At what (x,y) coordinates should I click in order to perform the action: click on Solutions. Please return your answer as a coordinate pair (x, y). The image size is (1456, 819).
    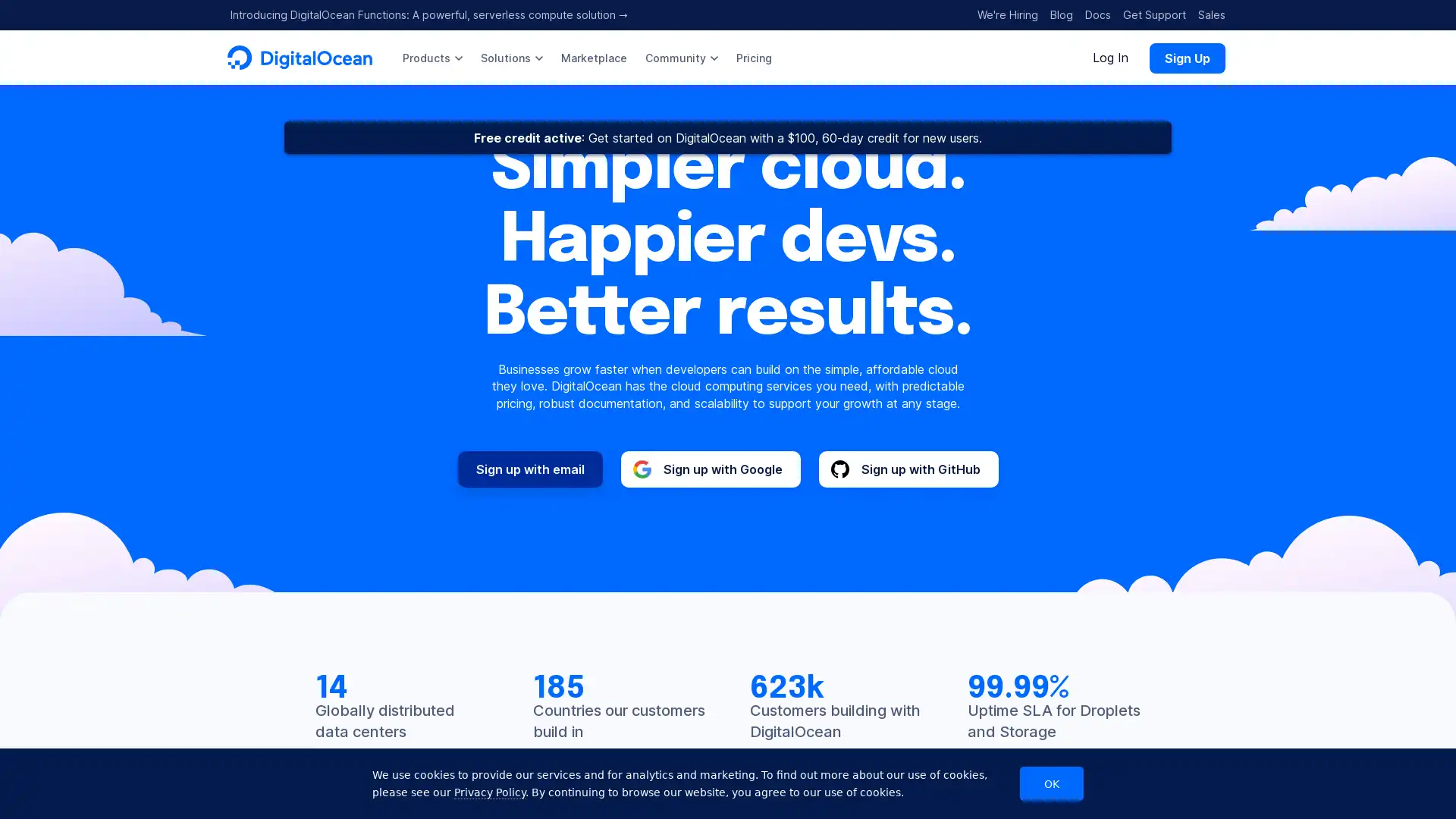
    Looking at the image, I should click on (512, 57).